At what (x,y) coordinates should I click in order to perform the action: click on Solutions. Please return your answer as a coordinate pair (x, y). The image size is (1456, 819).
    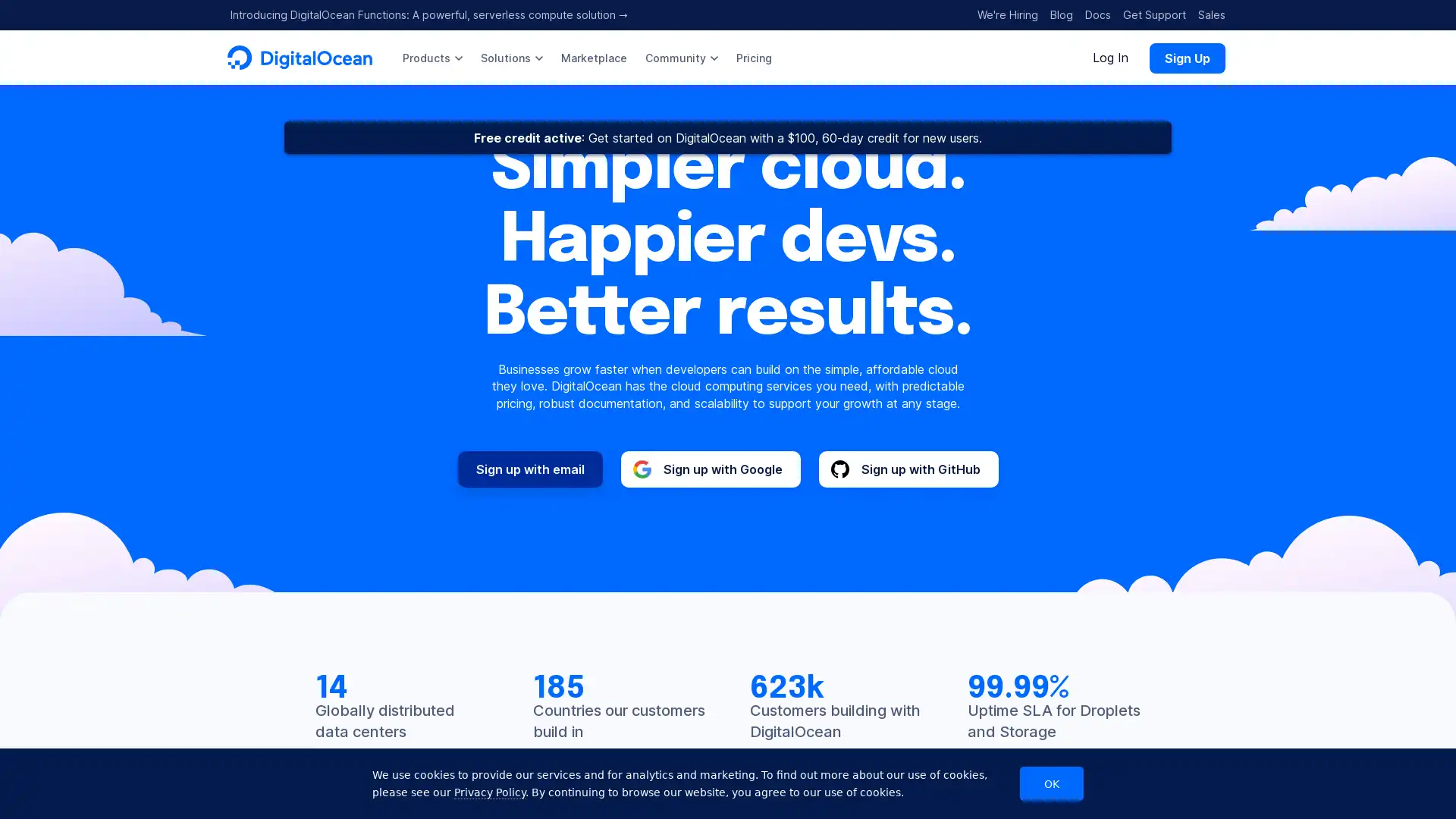
    Looking at the image, I should click on (512, 57).